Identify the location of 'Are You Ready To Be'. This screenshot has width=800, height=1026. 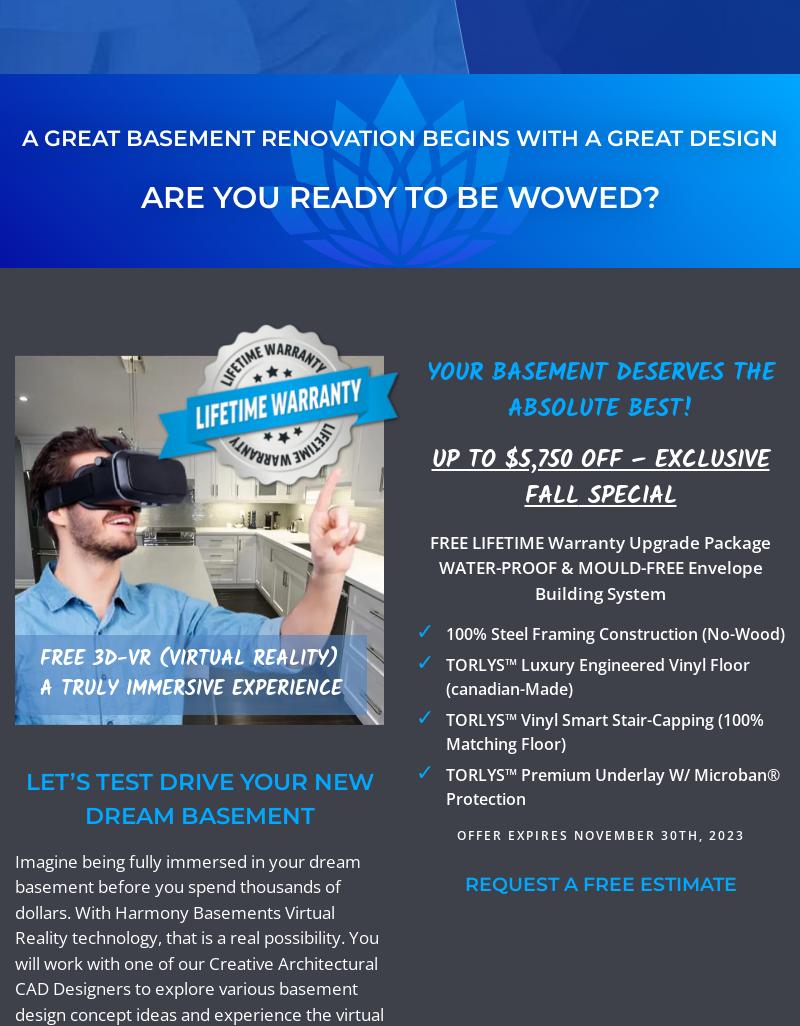
(321, 195).